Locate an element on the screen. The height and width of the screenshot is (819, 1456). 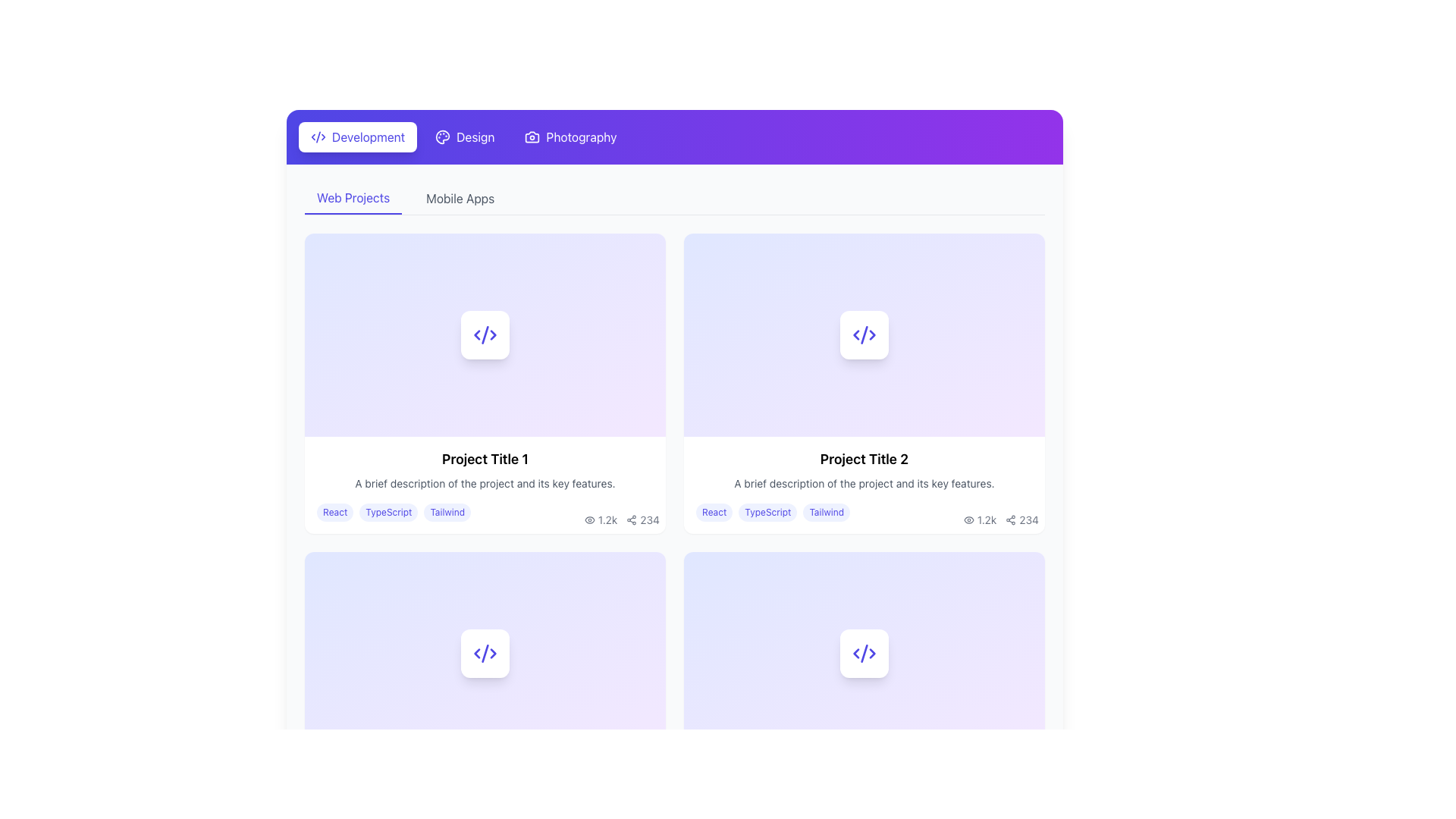
text content of the project details description located in the lower portion of the card element, which provides information about the project title, description, and utilized technologies is located at coordinates (484, 485).